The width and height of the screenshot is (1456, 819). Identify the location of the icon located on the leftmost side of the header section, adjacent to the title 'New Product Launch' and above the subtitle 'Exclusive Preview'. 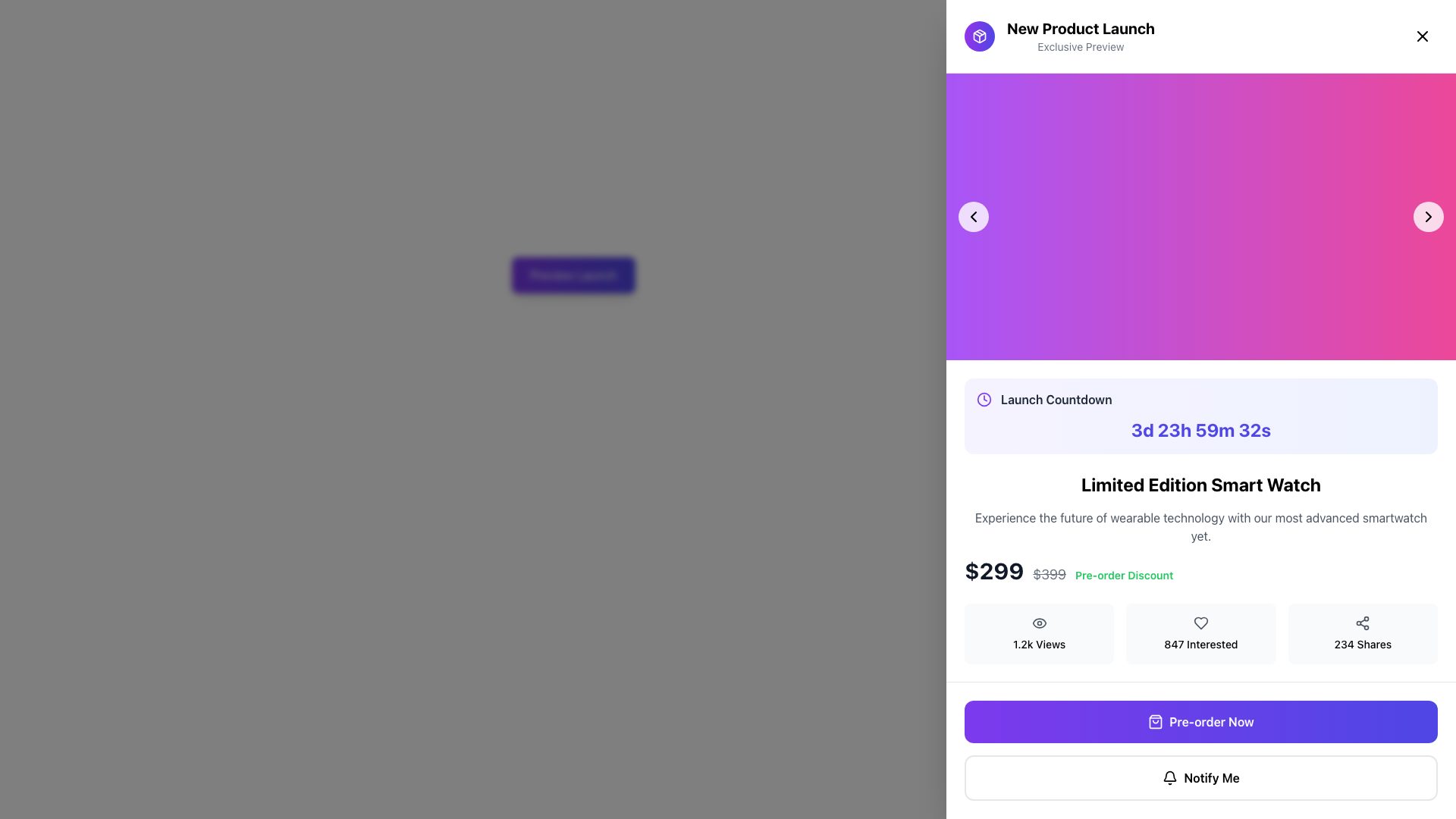
(979, 35).